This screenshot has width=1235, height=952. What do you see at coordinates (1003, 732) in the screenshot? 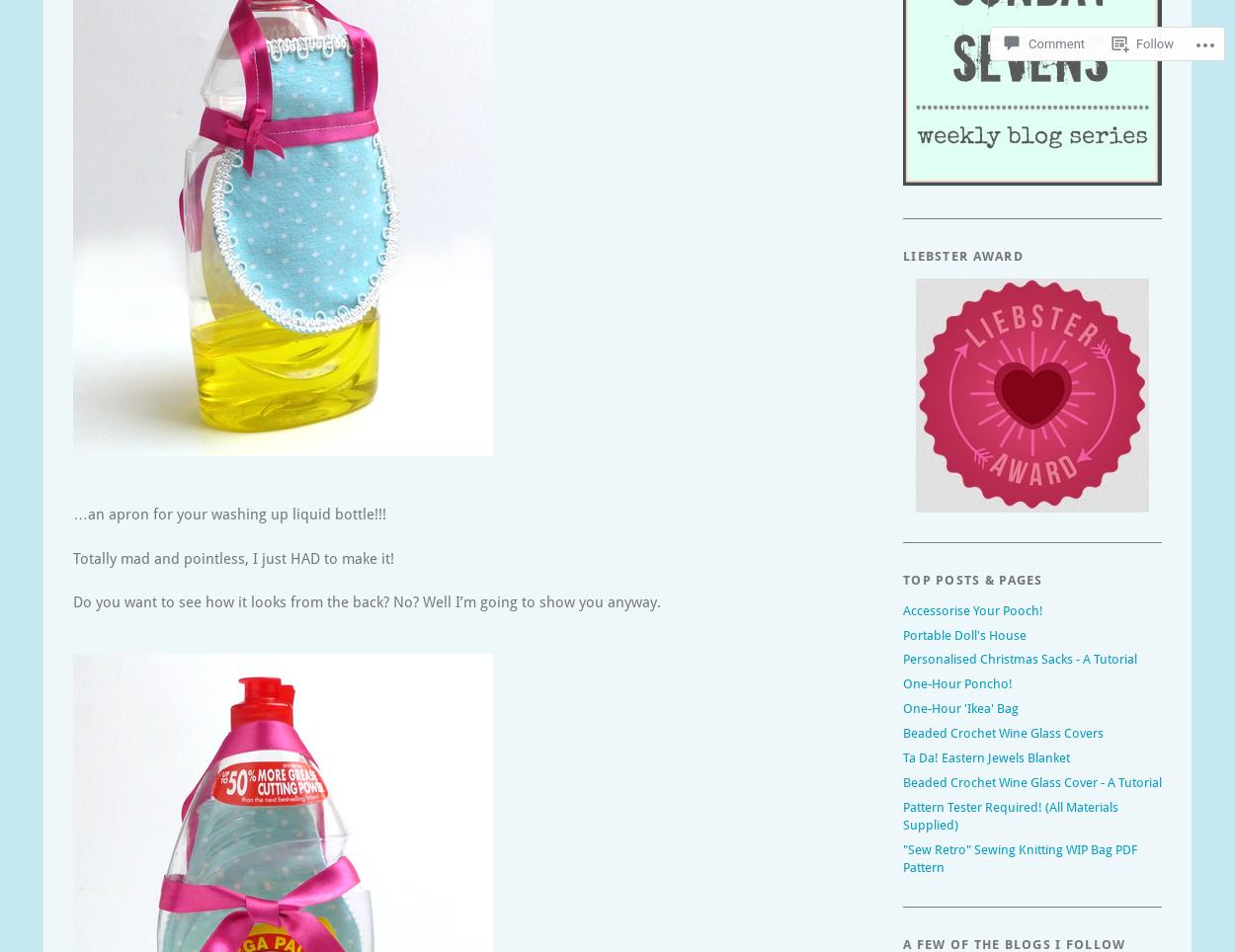
I see `'Beaded Crochet Wine Glass Covers'` at bounding box center [1003, 732].